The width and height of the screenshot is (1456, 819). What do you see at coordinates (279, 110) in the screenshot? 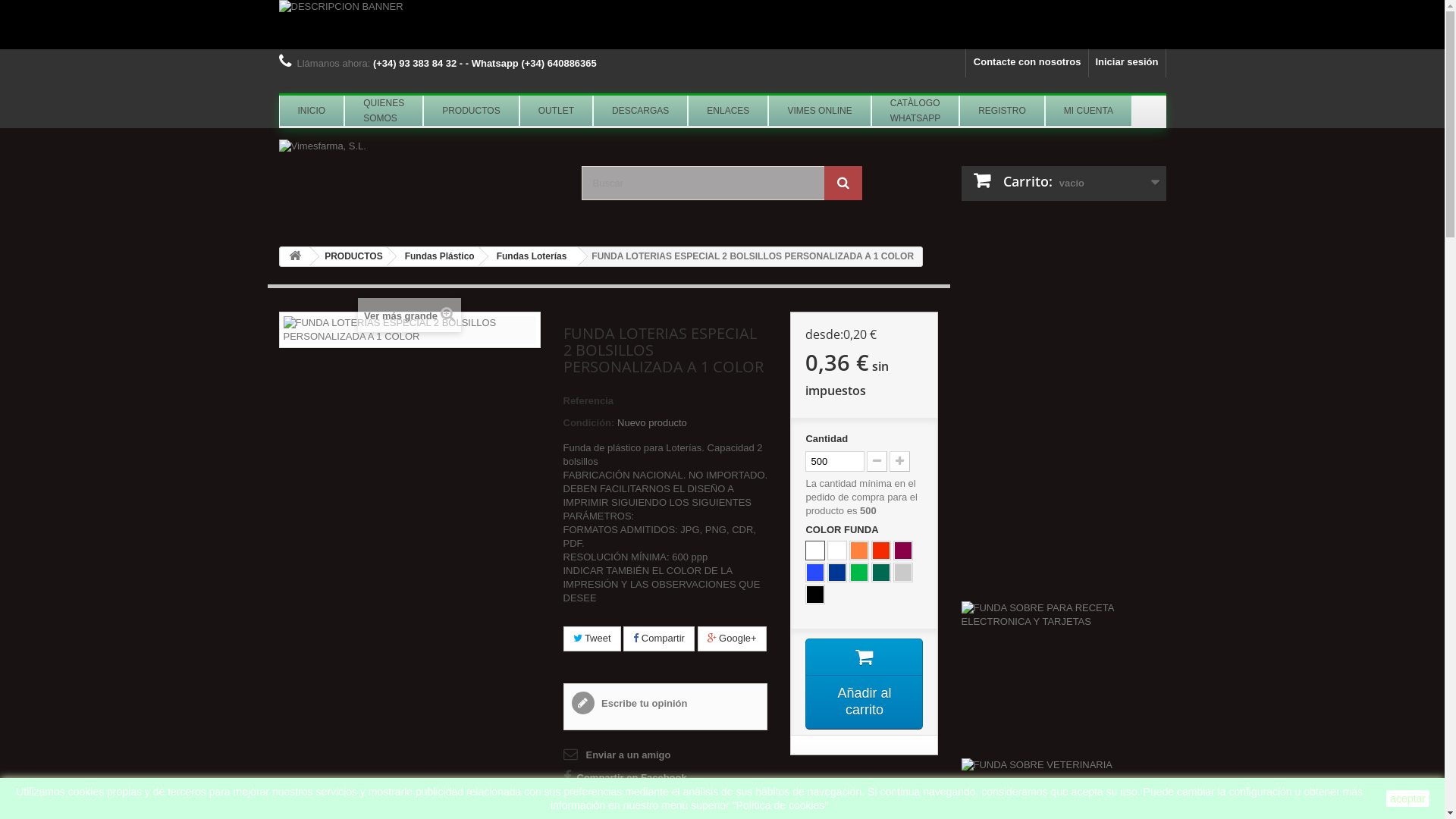
I see `'INICIO'` at bounding box center [279, 110].